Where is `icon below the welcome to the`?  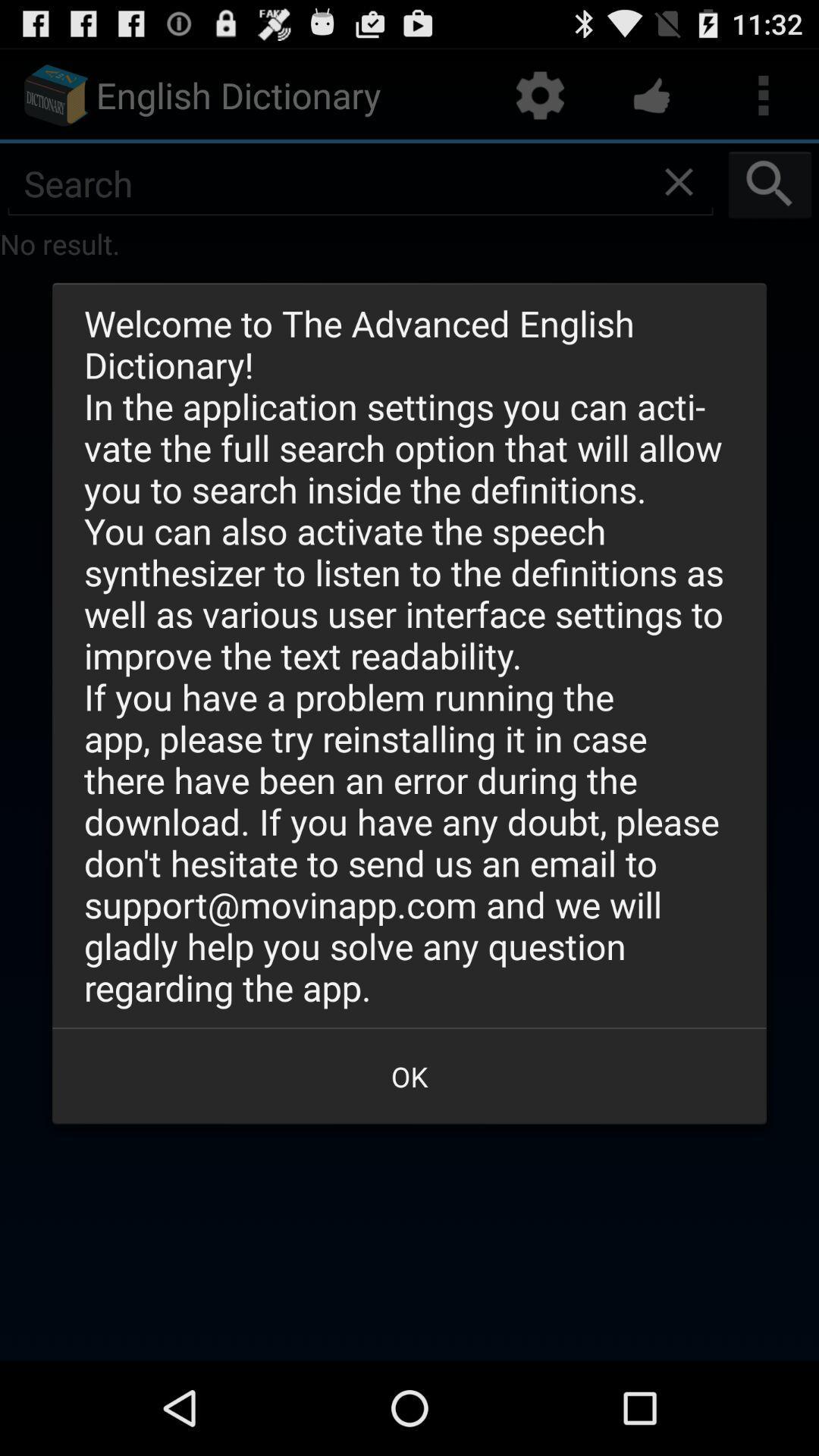
icon below the welcome to the is located at coordinates (409, 1075).